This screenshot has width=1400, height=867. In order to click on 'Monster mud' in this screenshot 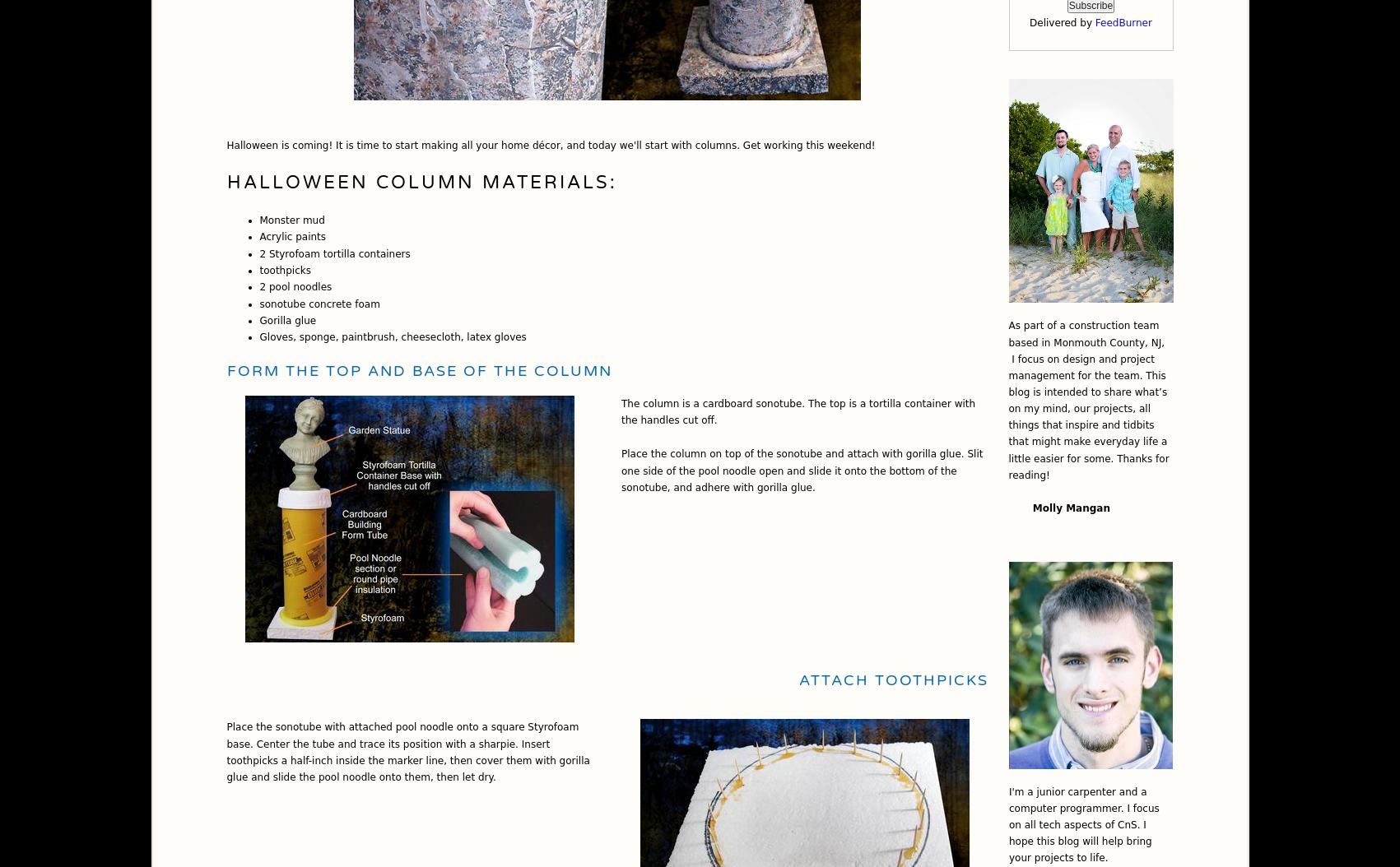, I will do `click(291, 218)`.